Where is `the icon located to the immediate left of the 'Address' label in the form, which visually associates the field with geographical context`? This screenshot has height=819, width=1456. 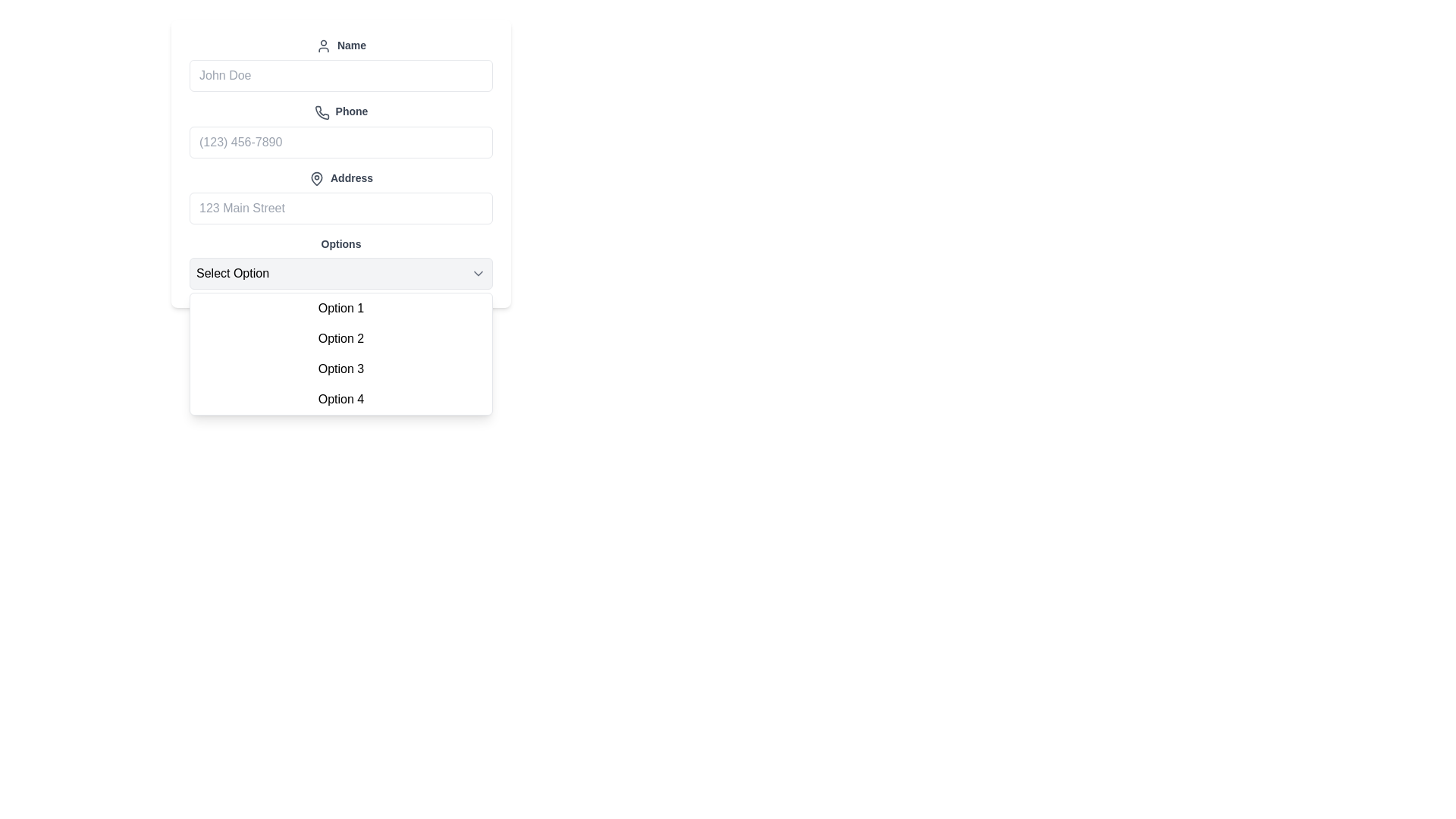 the icon located to the immediate left of the 'Address' label in the form, which visually associates the field with geographical context is located at coordinates (315, 177).